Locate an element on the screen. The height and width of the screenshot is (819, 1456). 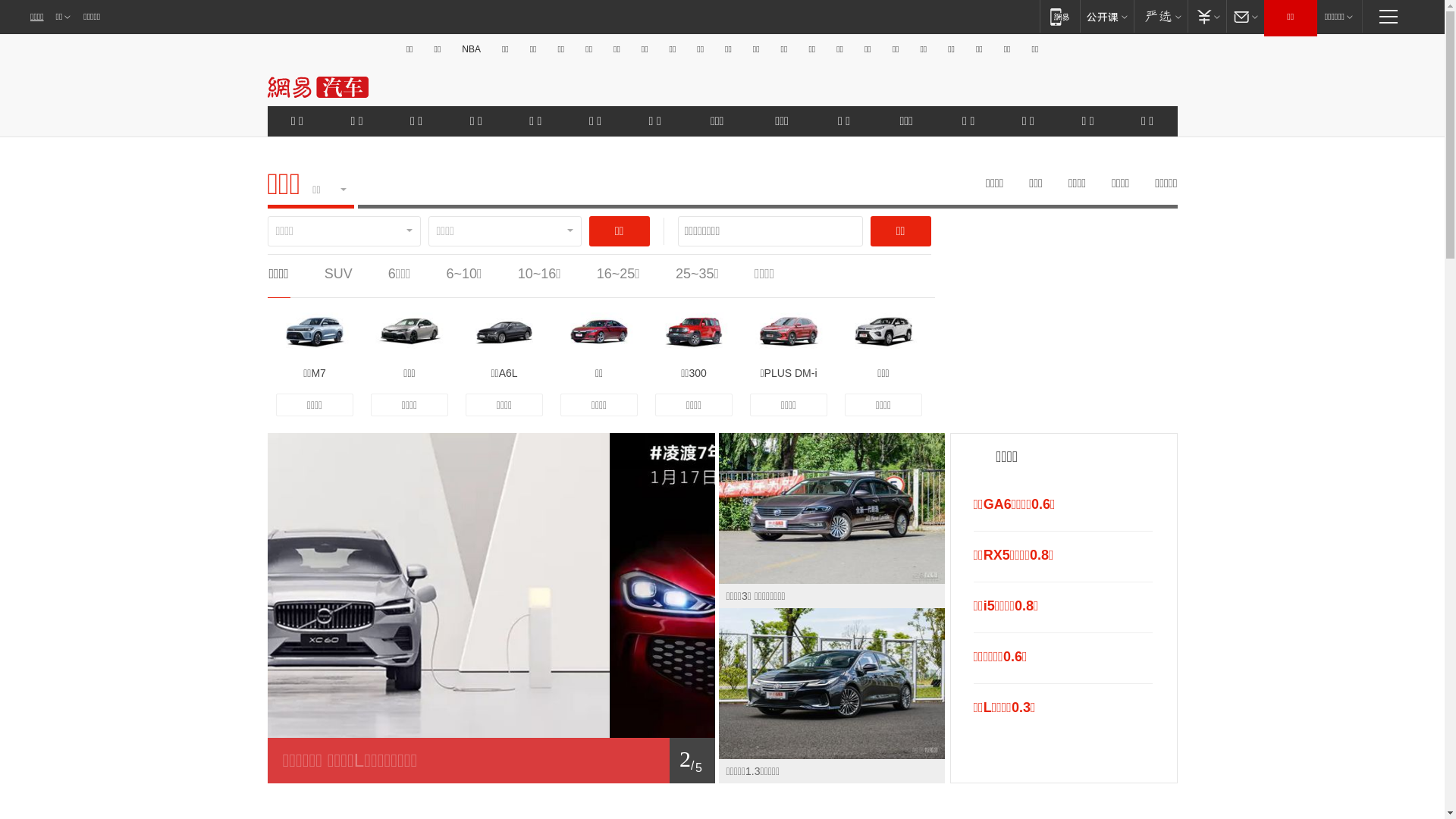
'SUV' is located at coordinates (323, 274).